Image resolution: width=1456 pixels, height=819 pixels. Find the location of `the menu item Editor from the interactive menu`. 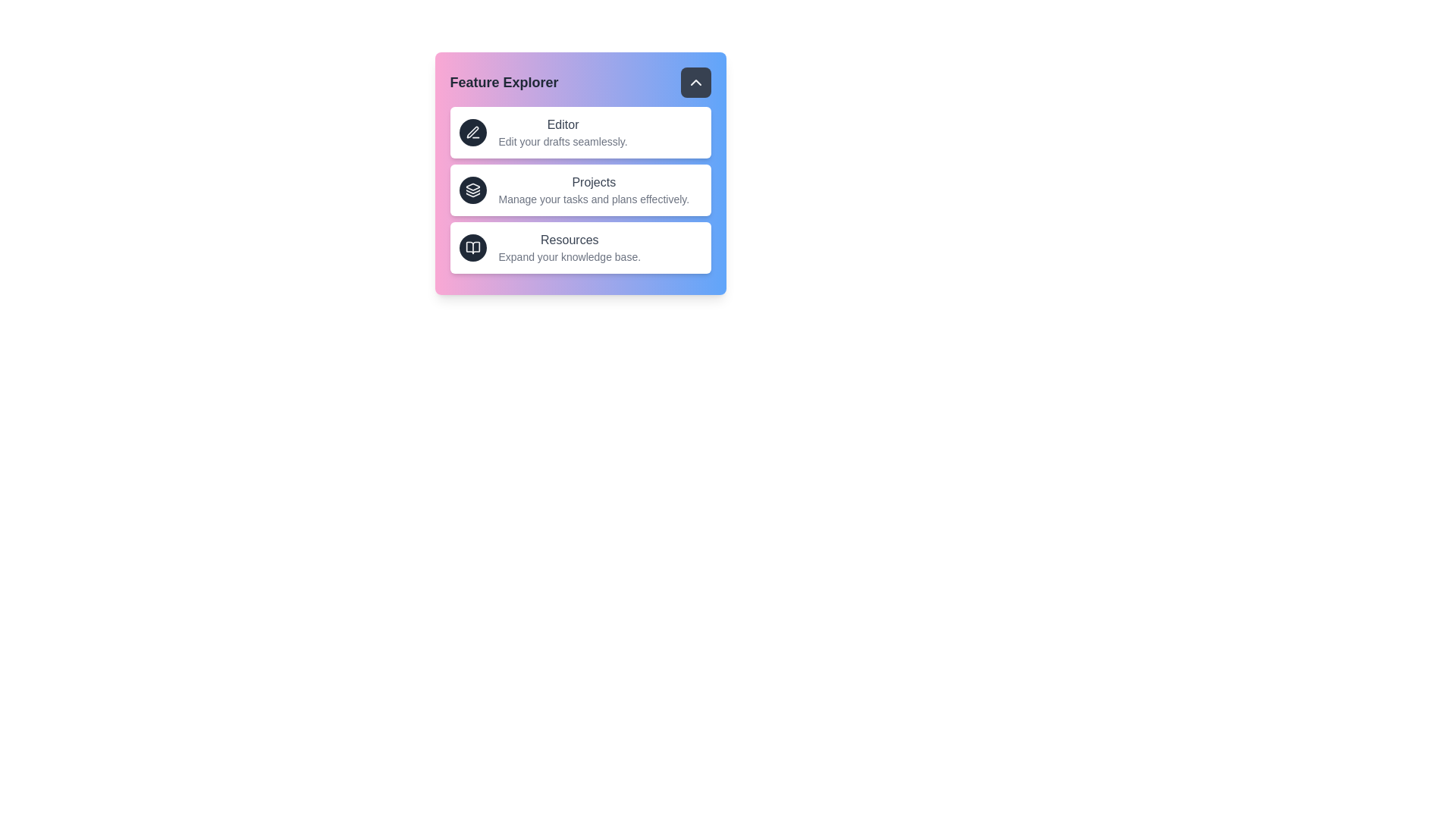

the menu item Editor from the interactive menu is located at coordinates (579, 131).